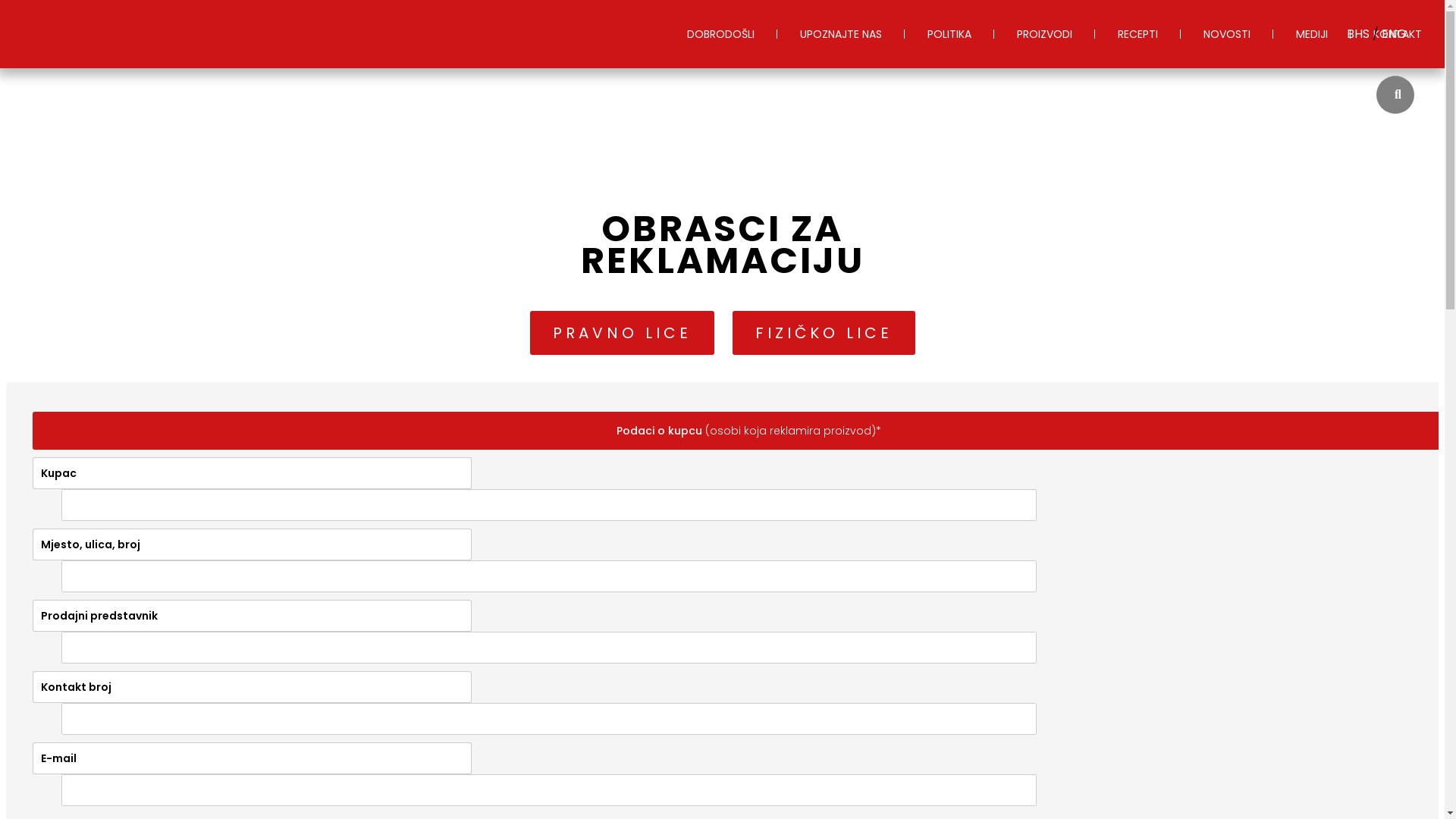  What do you see at coordinates (1273, 34) in the screenshot?
I see `'MEDIJI'` at bounding box center [1273, 34].